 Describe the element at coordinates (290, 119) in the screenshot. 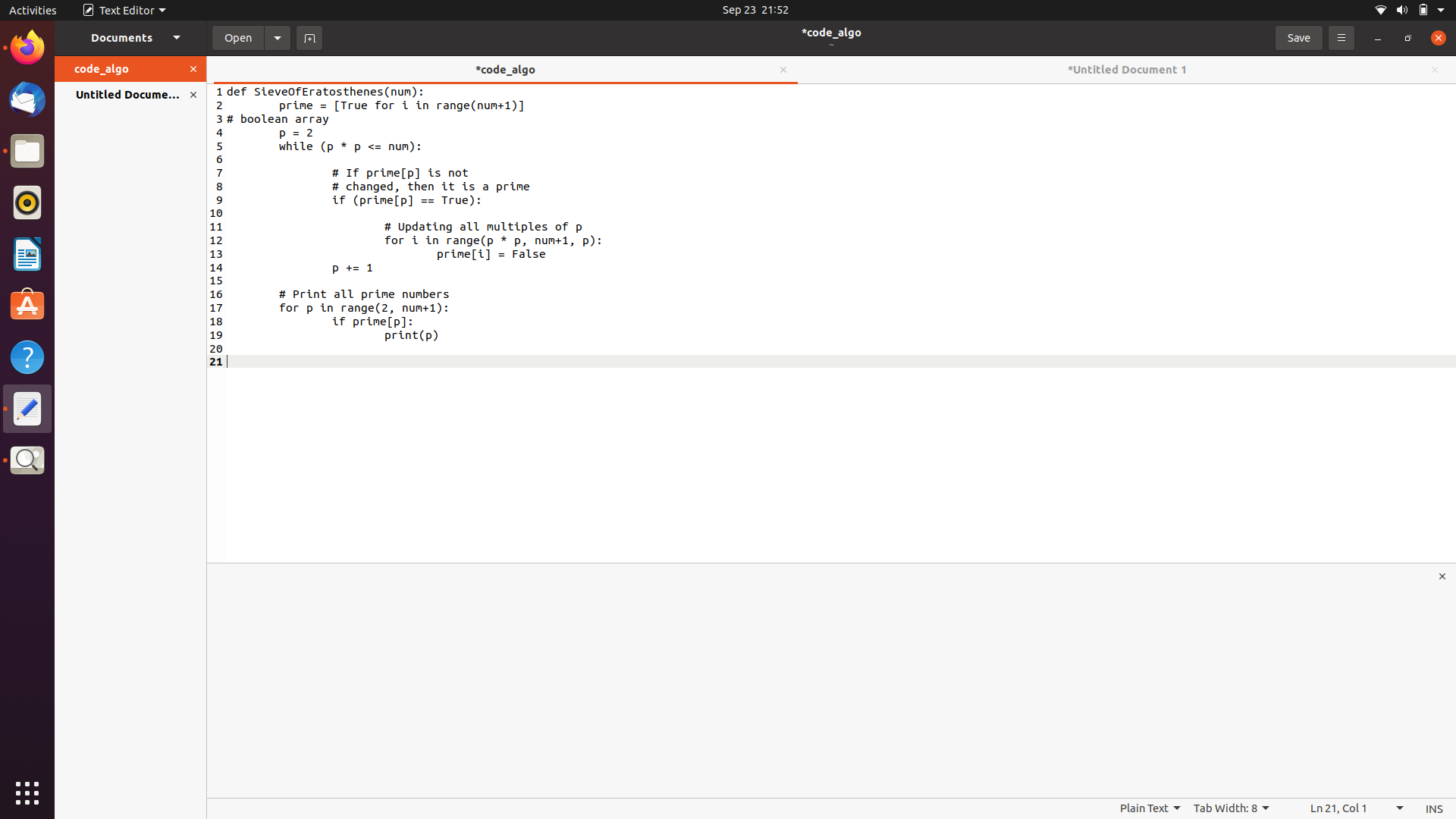

I see `Execute the operation of copying everything from code_algo and pasting it in an untitled file using the shortcuts Ctrl+A for selecting the whole content, Ctrl+C for copying it then Ctrl+V for pasting it` at that location.